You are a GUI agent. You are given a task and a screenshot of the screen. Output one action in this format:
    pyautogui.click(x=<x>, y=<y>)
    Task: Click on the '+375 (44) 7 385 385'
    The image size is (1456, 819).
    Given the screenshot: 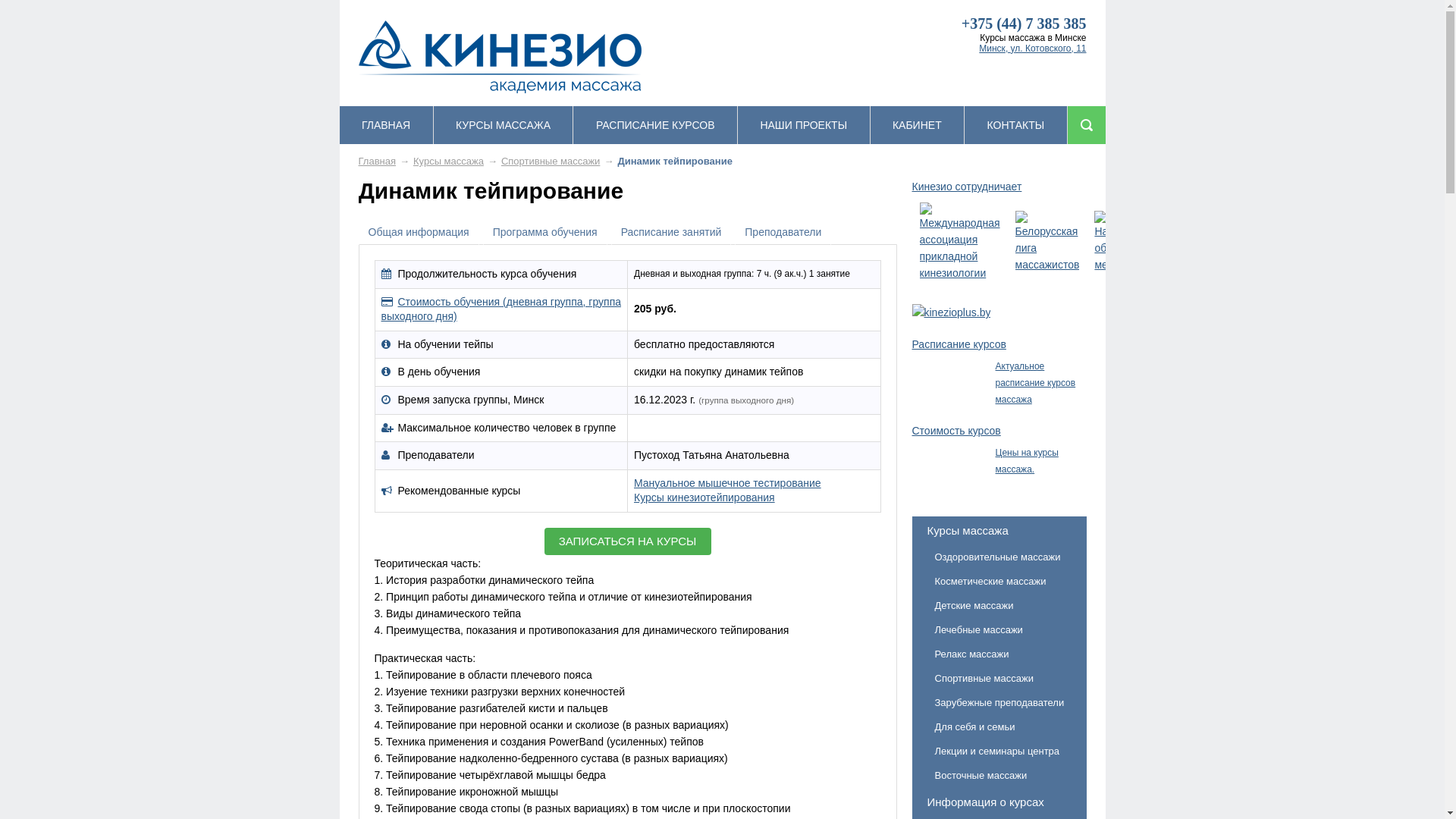 What is the action you would take?
    pyautogui.click(x=1024, y=23)
    